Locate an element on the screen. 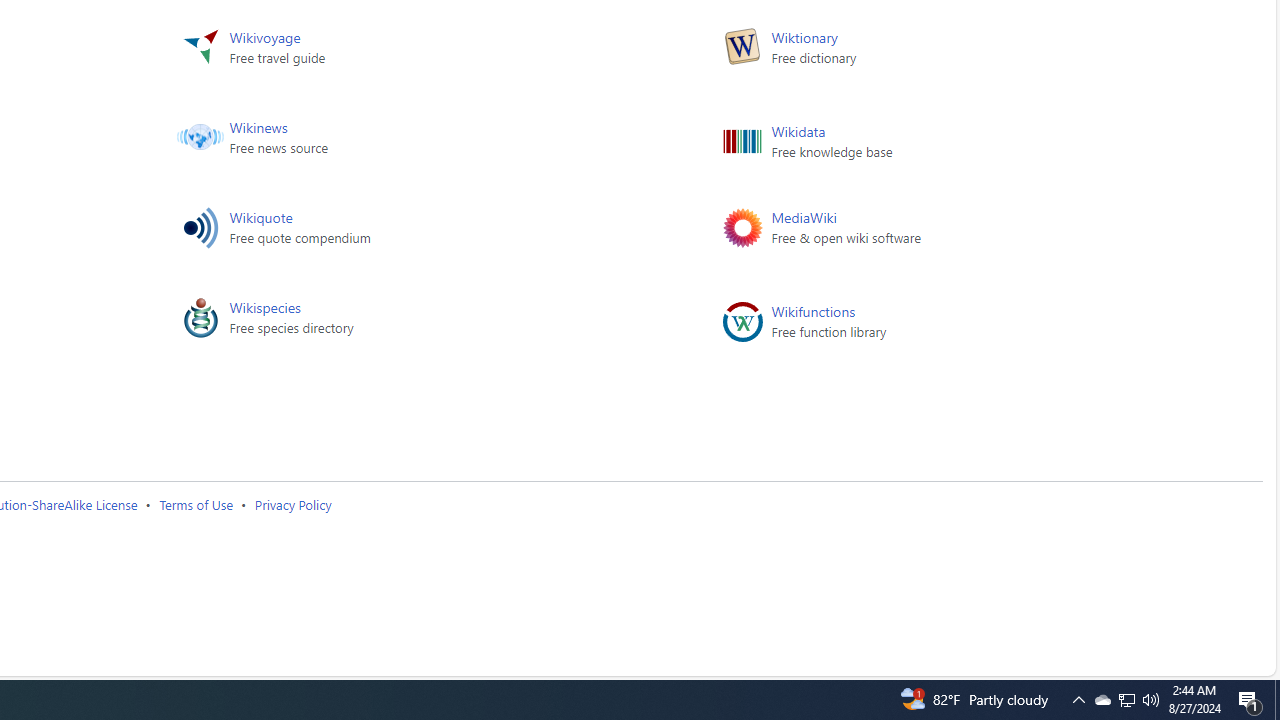 The height and width of the screenshot is (720, 1280). 'Privacy Policy' is located at coordinates (291, 502).